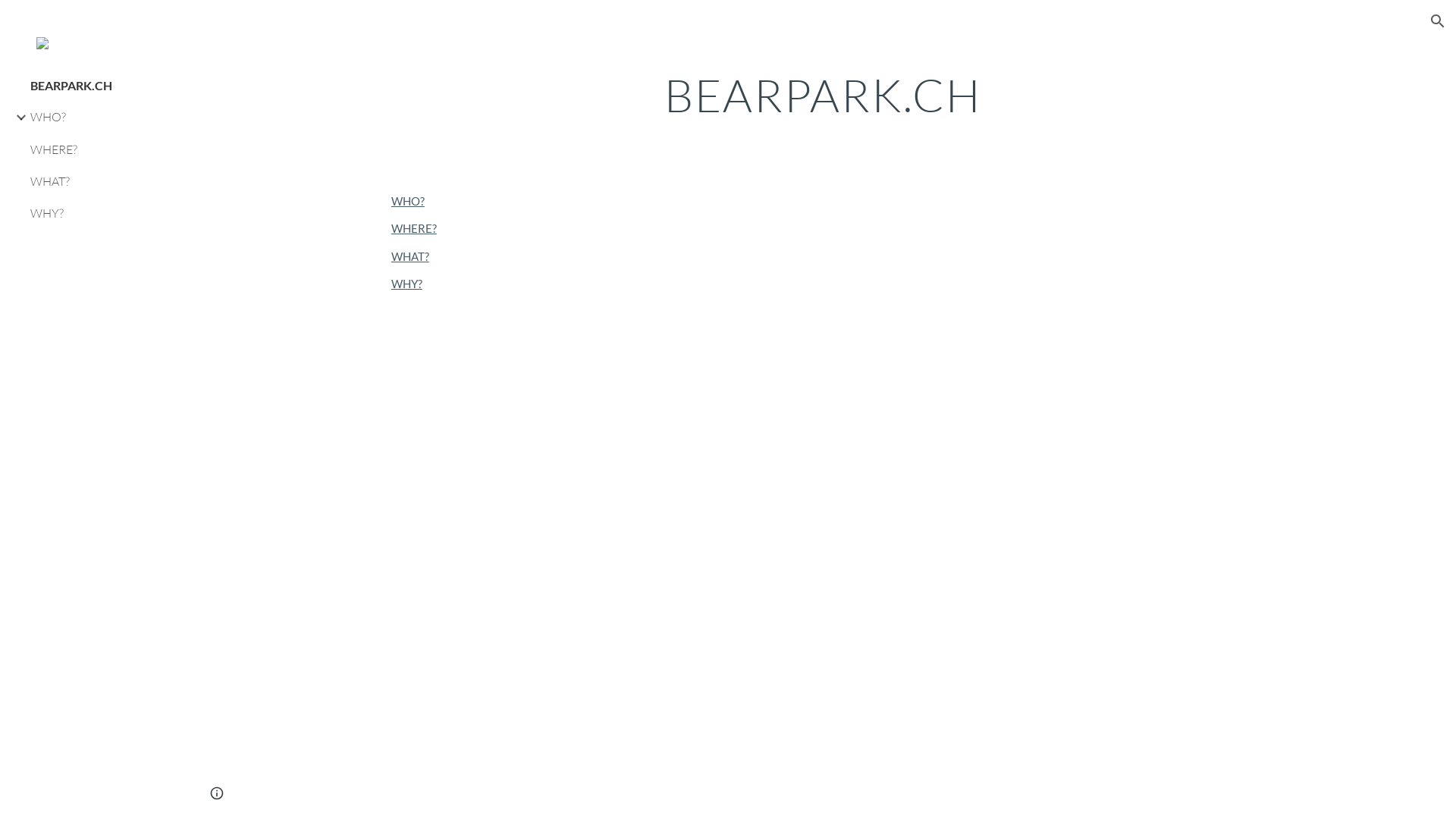 This screenshot has width=1456, height=819. What do you see at coordinates (103, 180) in the screenshot?
I see `'WHAT?'` at bounding box center [103, 180].